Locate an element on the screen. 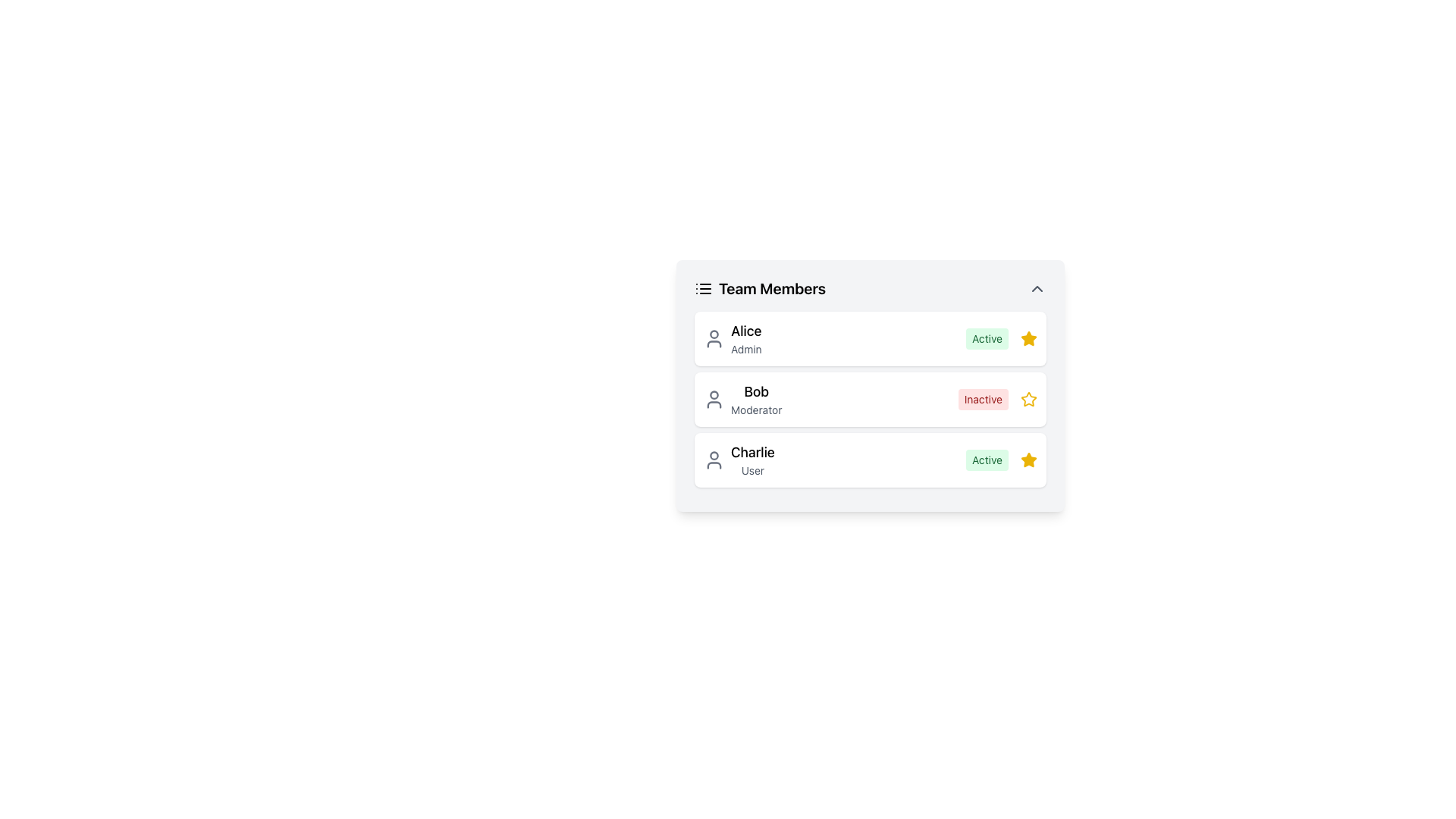 The width and height of the screenshot is (1456, 819). the user identity text element located in the middle row of the 'Team Members' card is located at coordinates (756, 399).